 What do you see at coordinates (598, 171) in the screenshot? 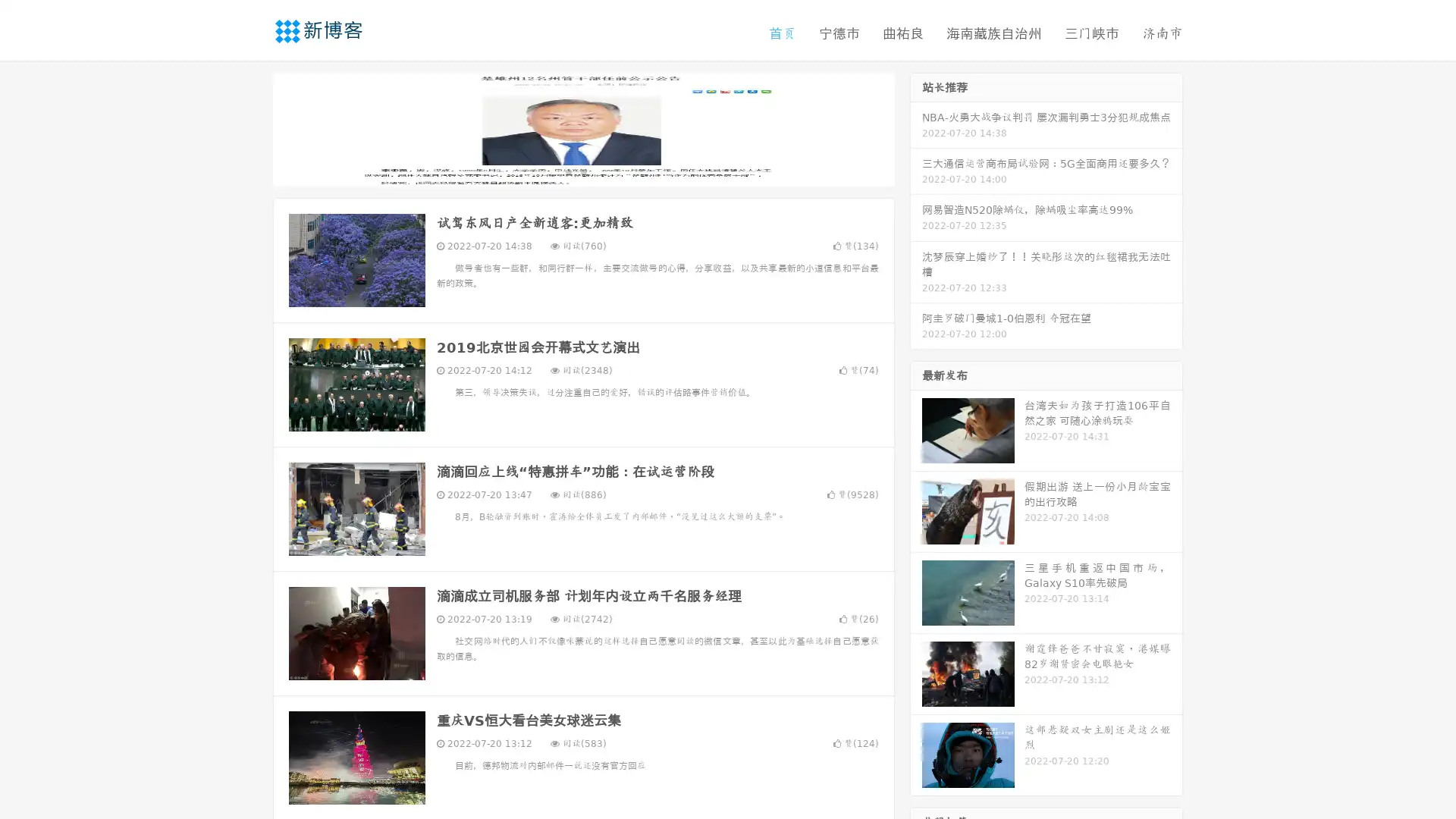
I see `Go to slide 3` at bounding box center [598, 171].